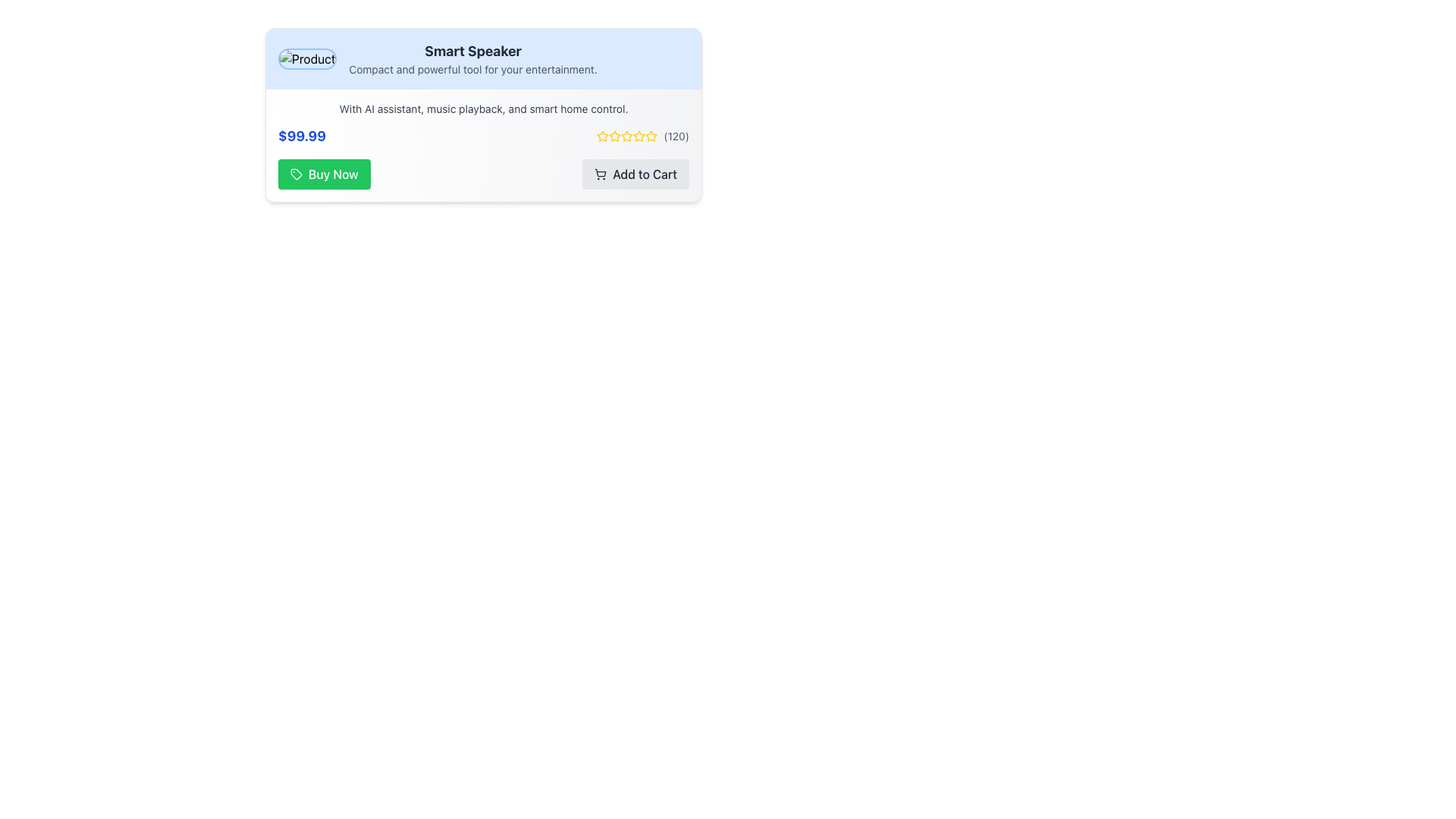  Describe the element at coordinates (302, 136) in the screenshot. I see `the price text label located above the green 'Buy Now' button in the product information card` at that location.